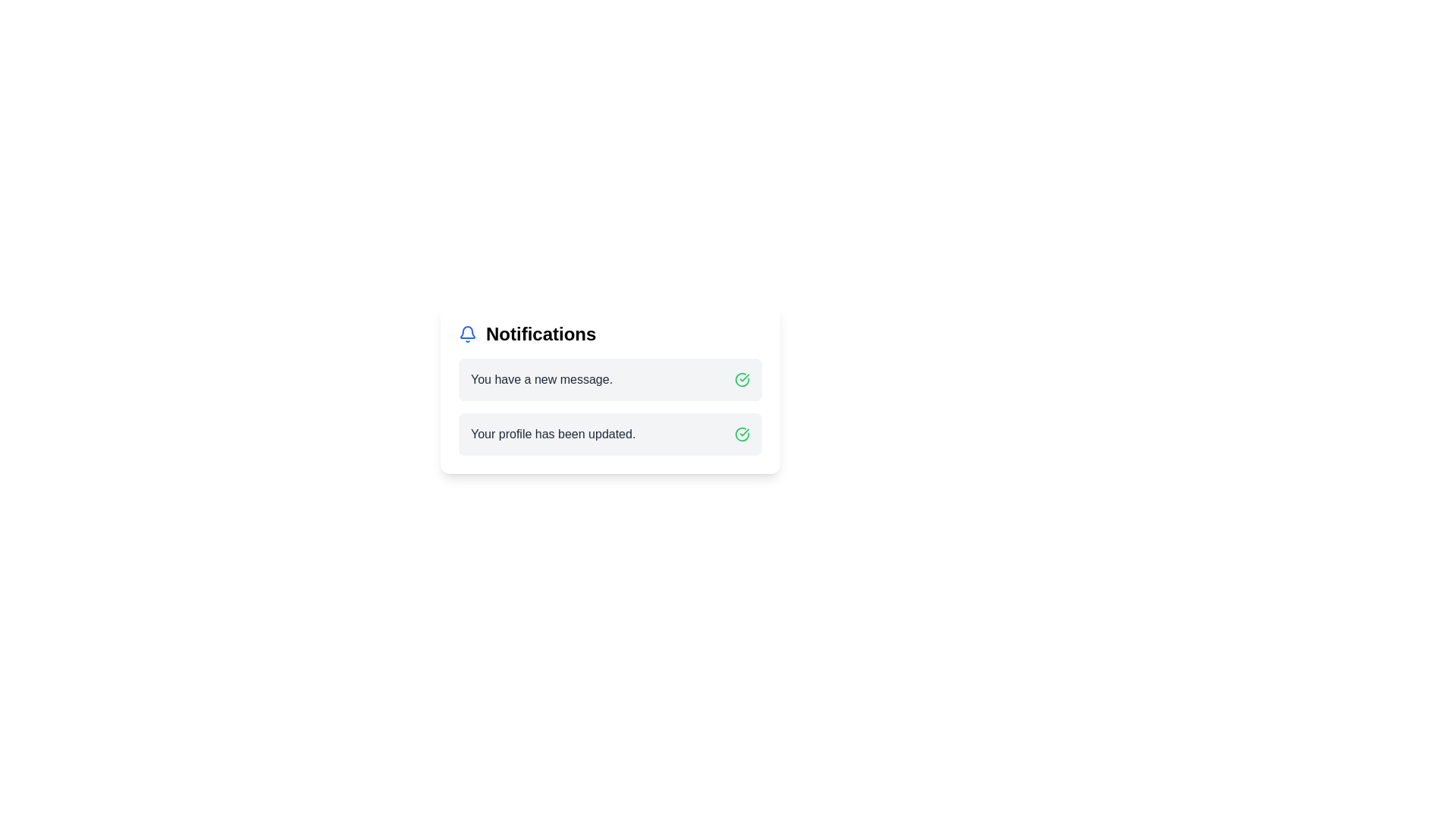 This screenshot has width=1456, height=819. What do you see at coordinates (467, 333) in the screenshot?
I see `the bell icon which serves as a visual indicator for notifications, located to the left of the 'Notifications' text` at bounding box center [467, 333].